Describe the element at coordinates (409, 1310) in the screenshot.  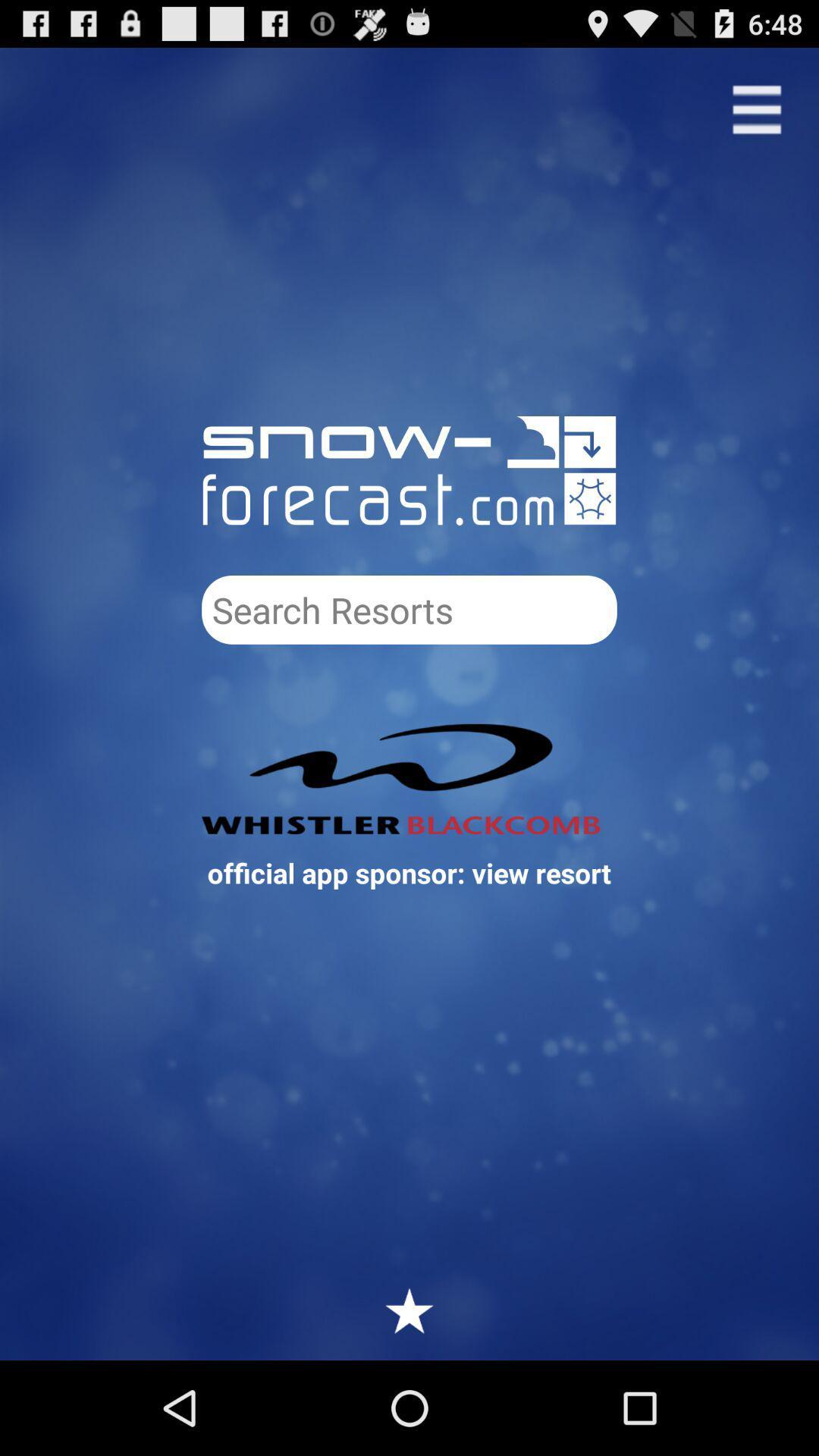
I see `star` at that location.